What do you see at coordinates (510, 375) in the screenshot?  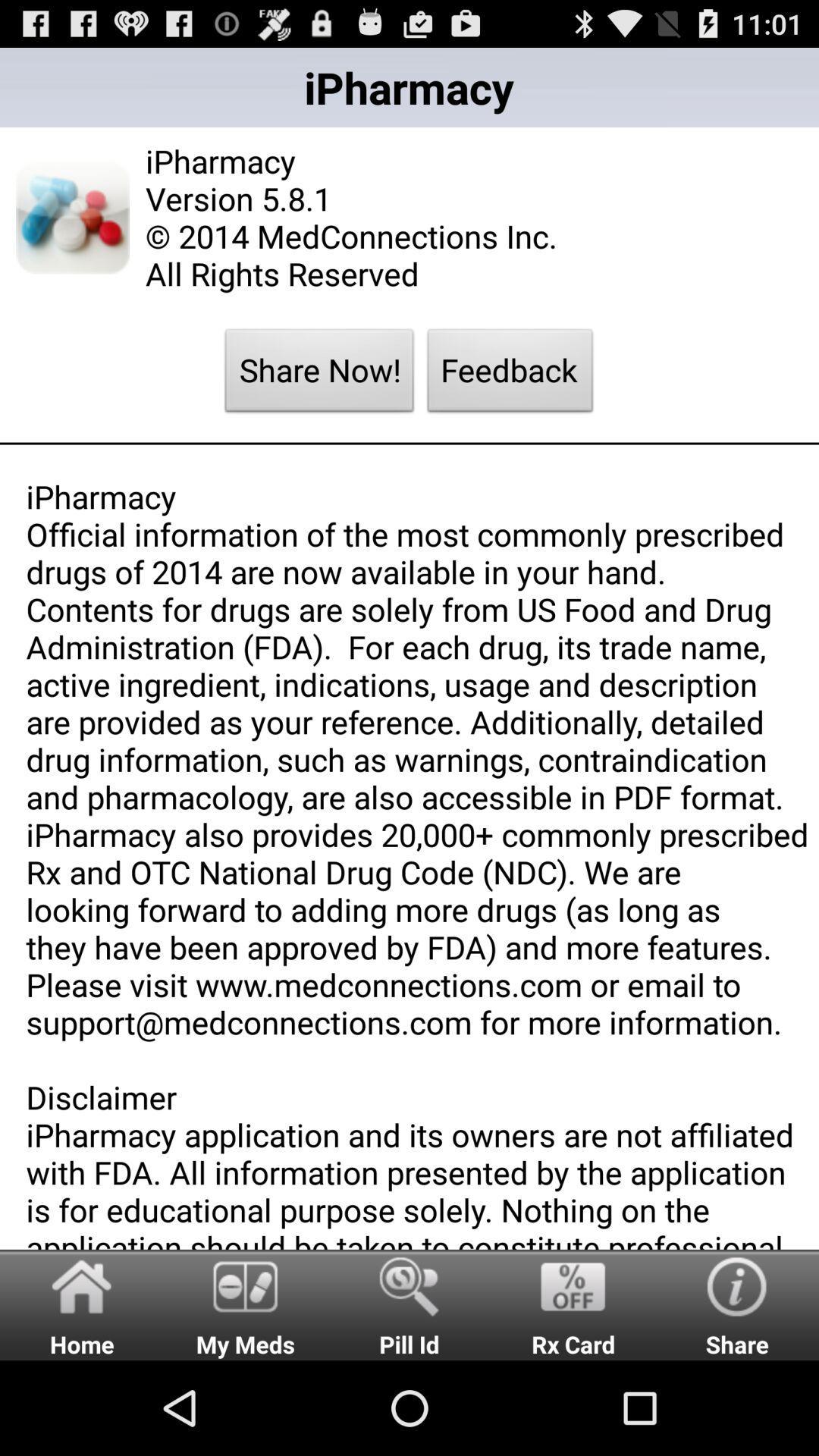 I see `the icon below ipharmacy version 5` at bounding box center [510, 375].